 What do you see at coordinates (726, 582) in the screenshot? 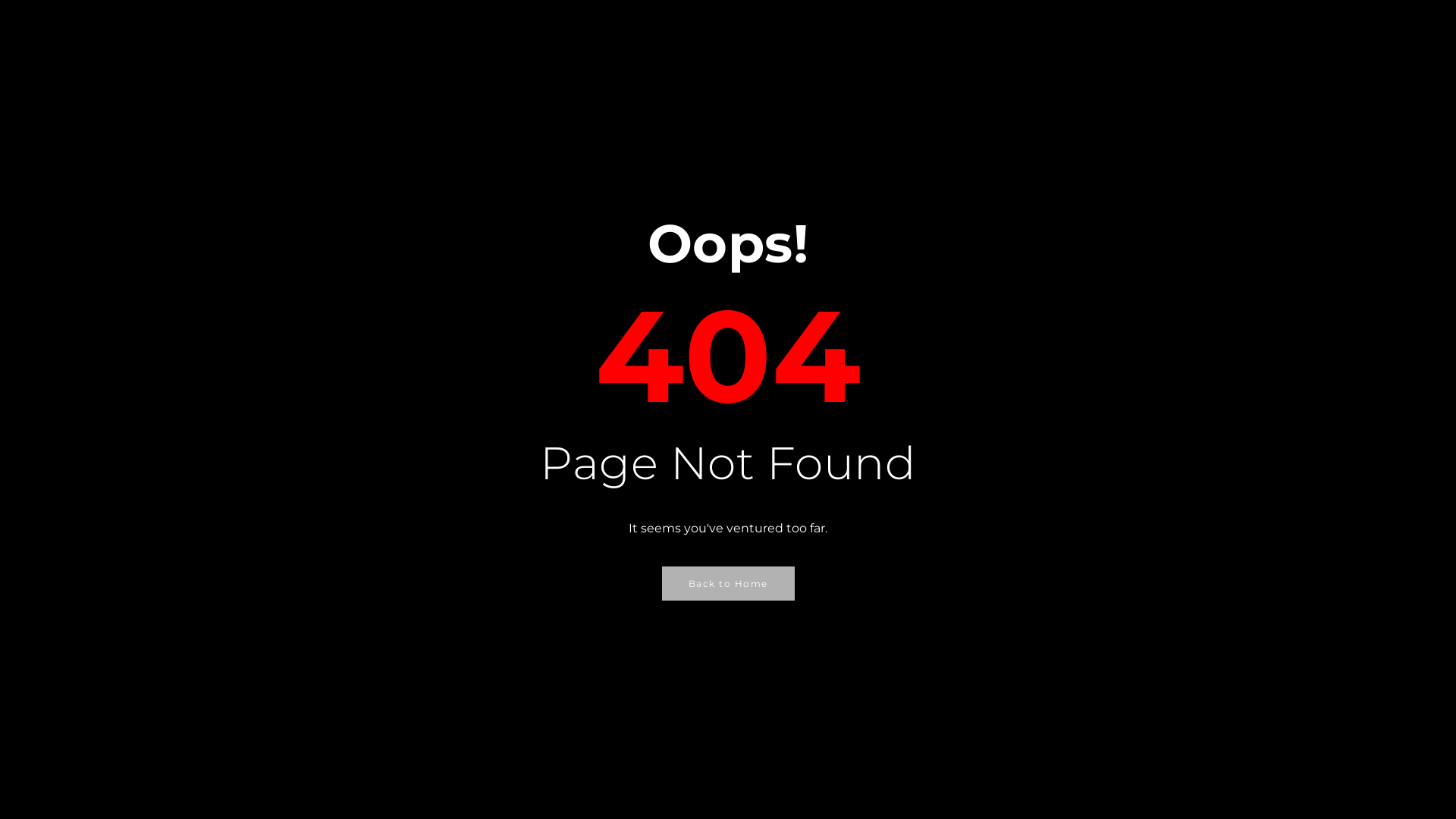
I see `'Back to Home'` at bounding box center [726, 582].